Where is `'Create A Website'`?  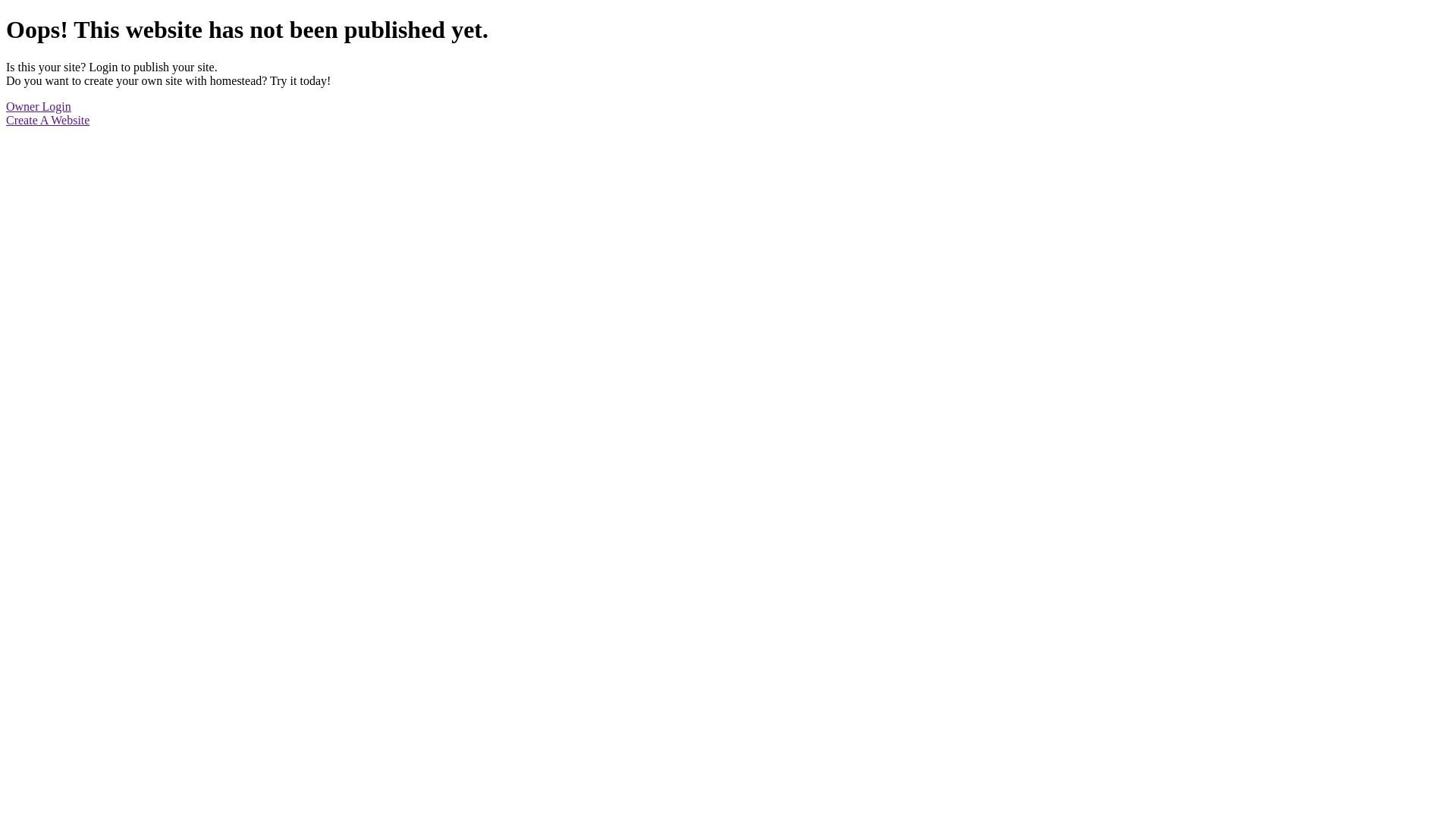 'Create A Website' is located at coordinates (47, 119).